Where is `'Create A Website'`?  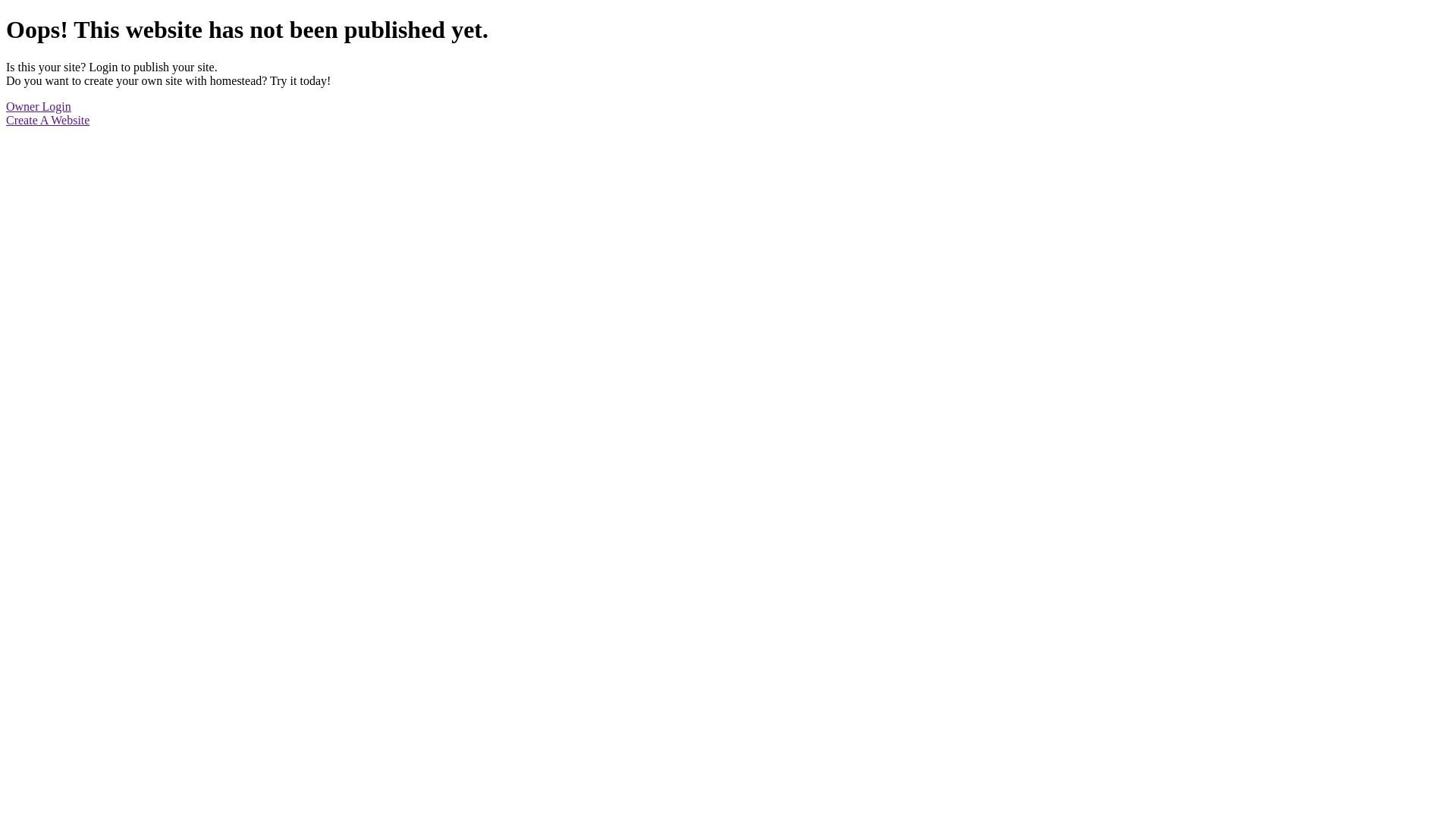 'Create A Website' is located at coordinates (47, 119).